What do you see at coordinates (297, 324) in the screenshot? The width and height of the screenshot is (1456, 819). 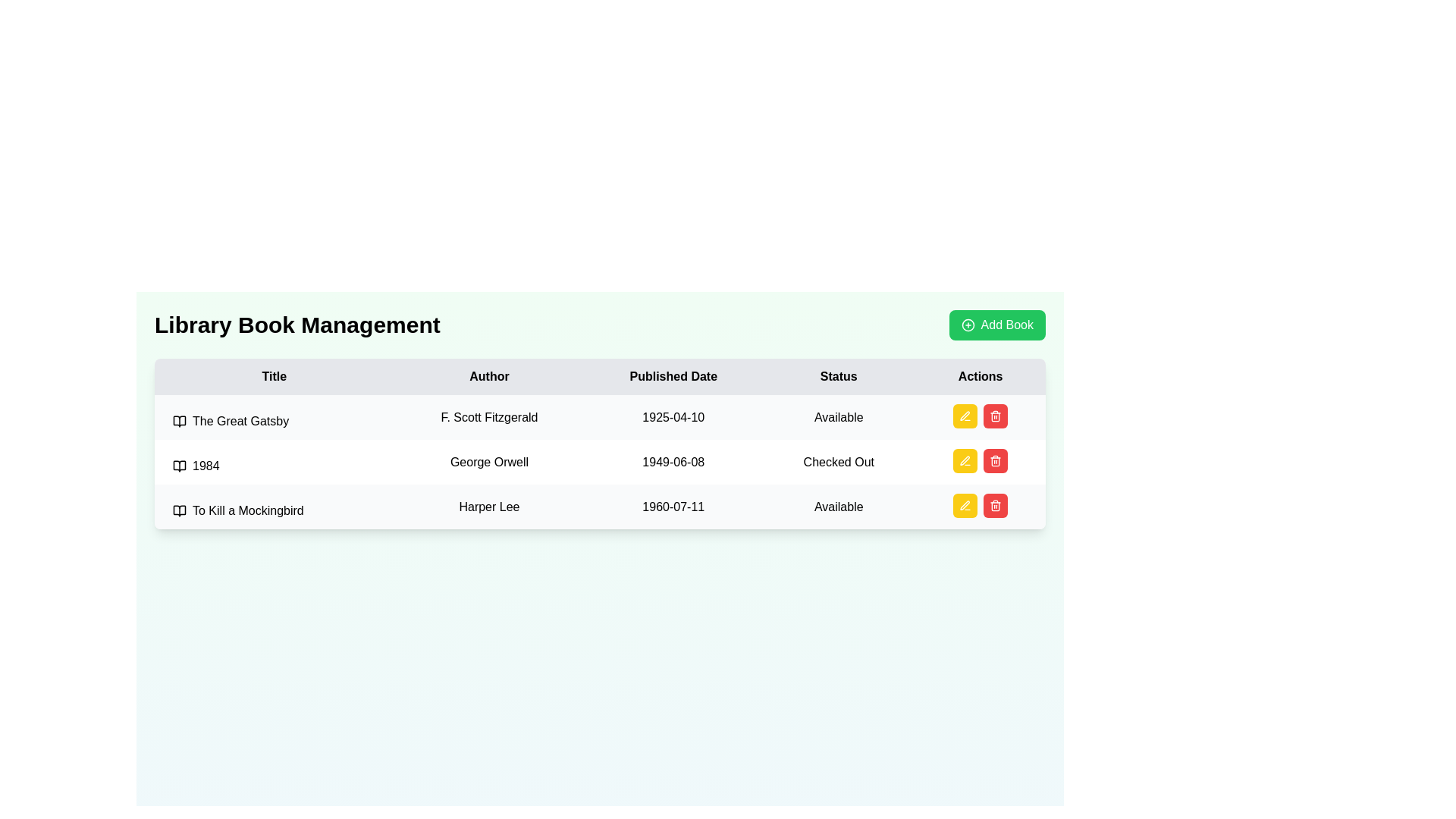 I see `the bold, large text label displaying 'Library Book Management' at the top of the page layout` at bounding box center [297, 324].